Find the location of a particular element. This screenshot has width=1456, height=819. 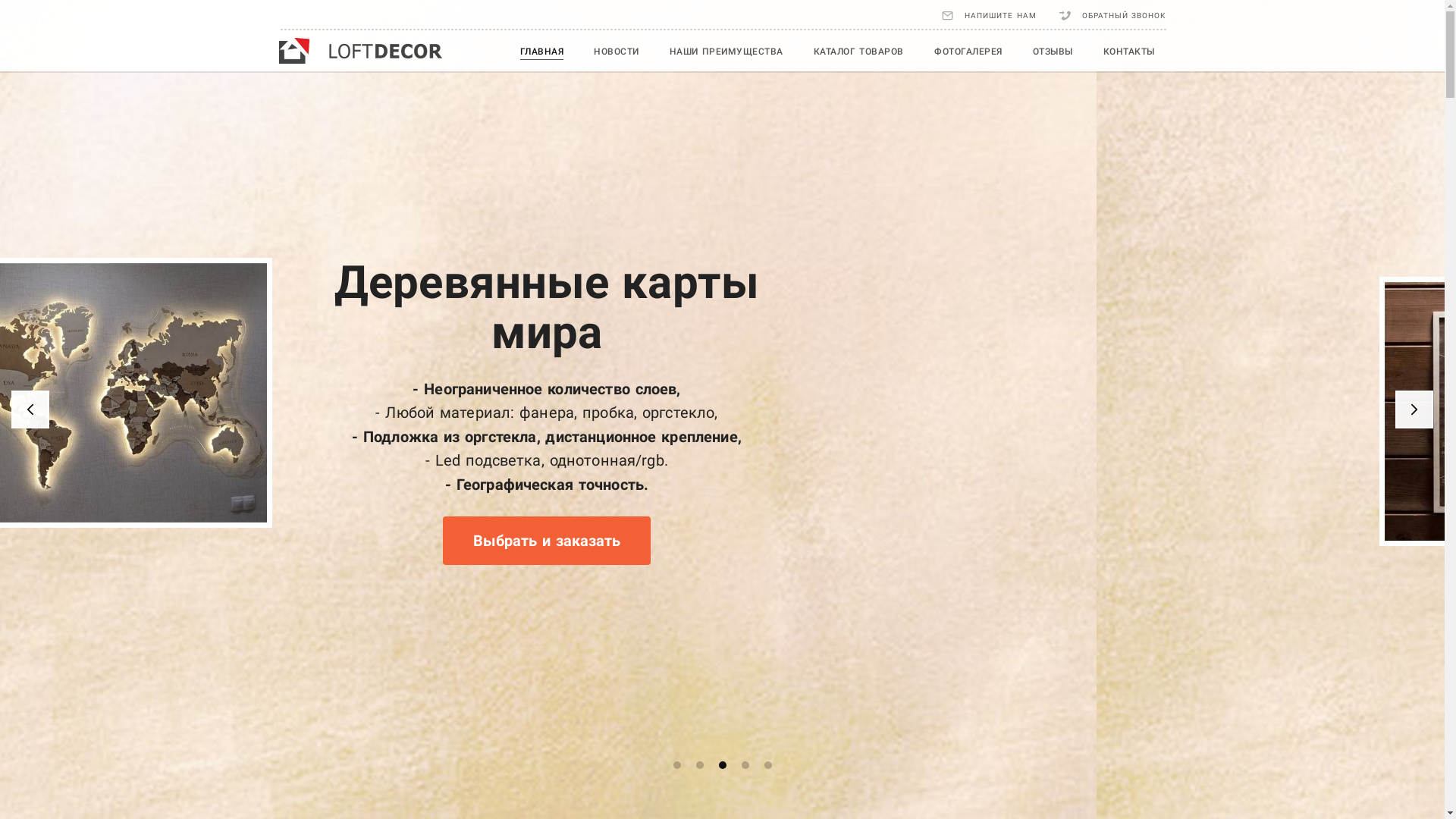

'2' is located at coordinates (698, 765).